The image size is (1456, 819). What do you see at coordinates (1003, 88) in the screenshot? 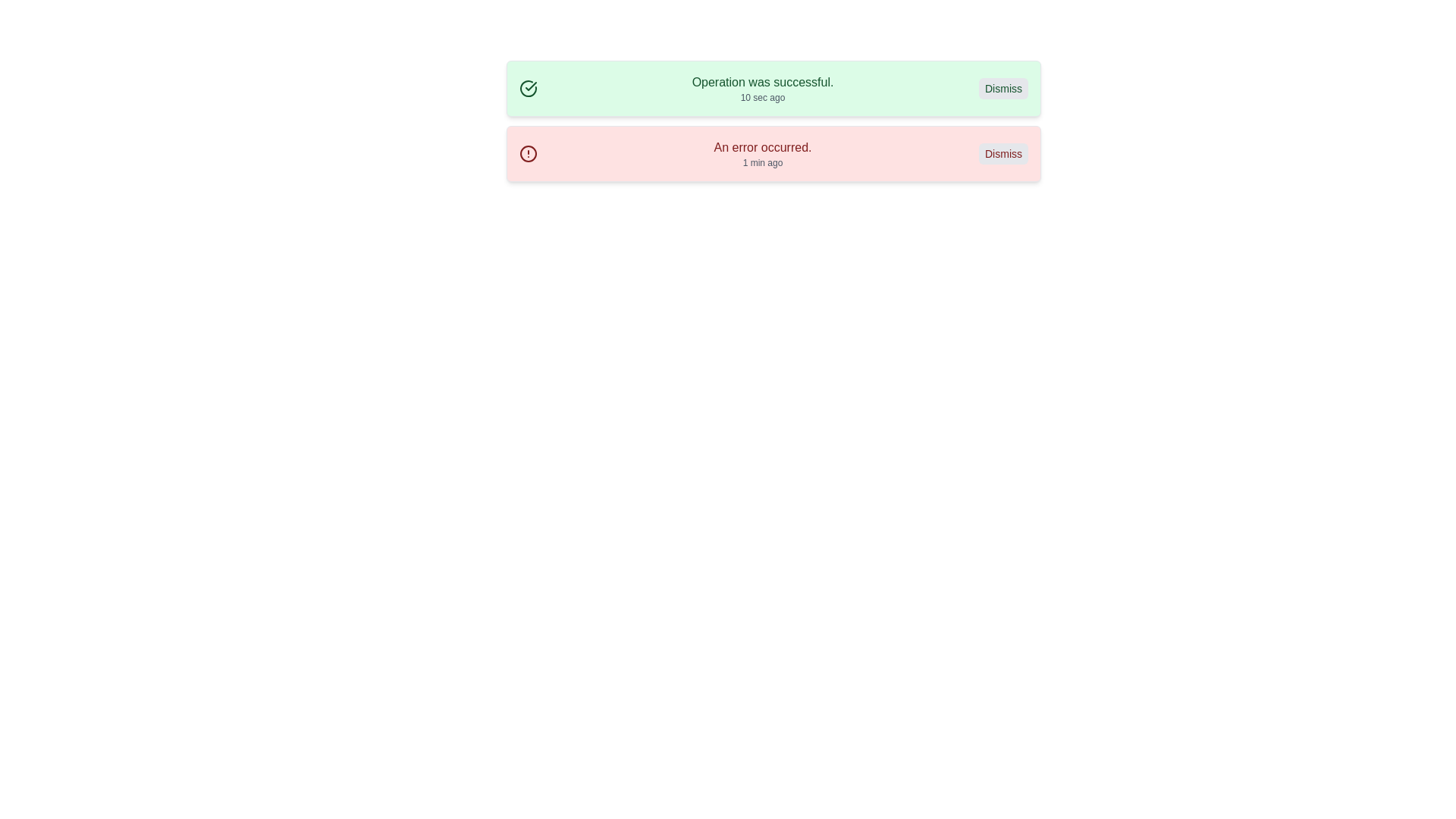
I see `the 'Dismiss' button located on the right side of the green background notification bar` at bounding box center [1003, 88].